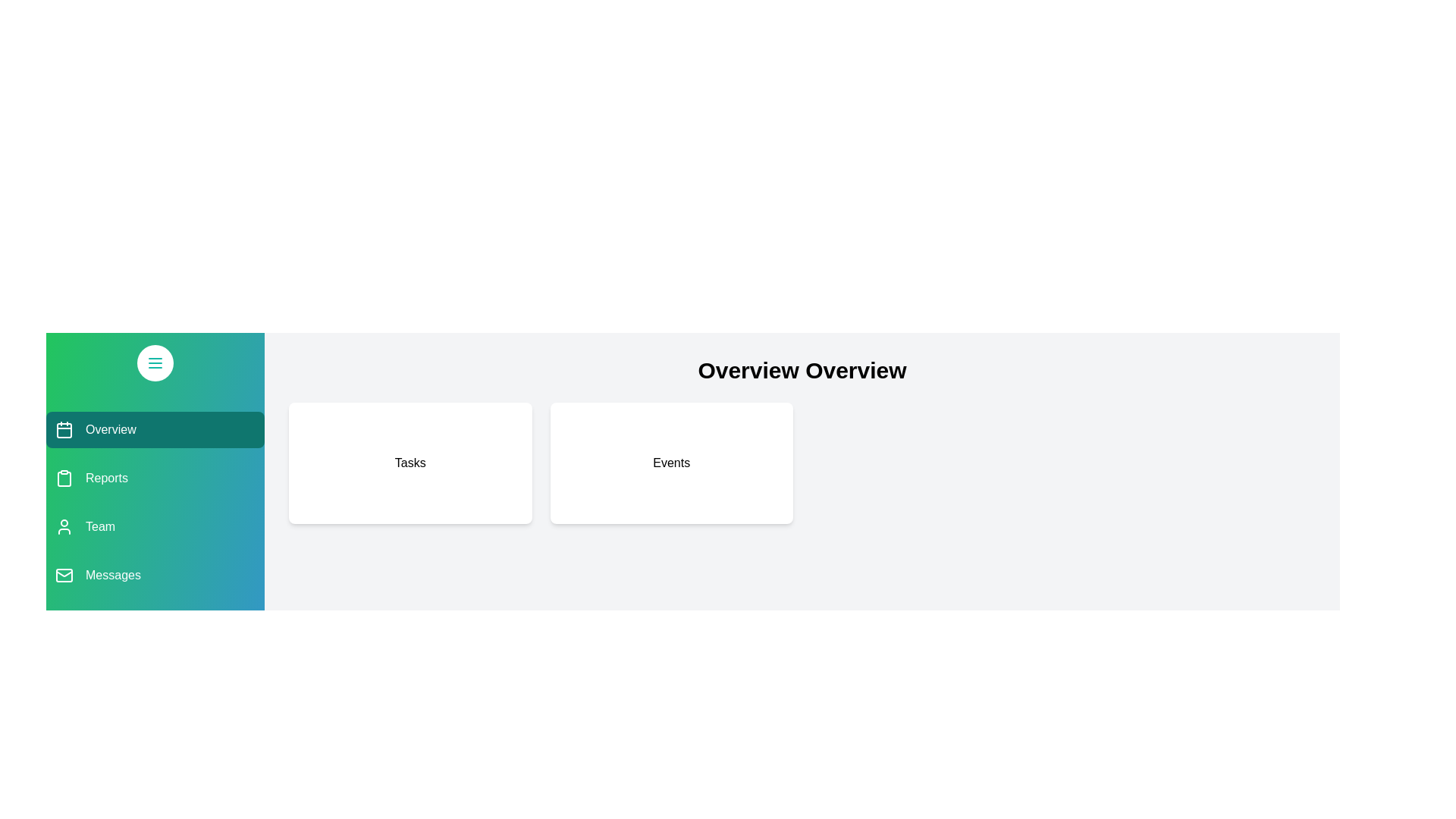  What do you see at coordinates (155, 526) in the screenshot?
I see `the navigation section Team` at bounding box center [155, 526].